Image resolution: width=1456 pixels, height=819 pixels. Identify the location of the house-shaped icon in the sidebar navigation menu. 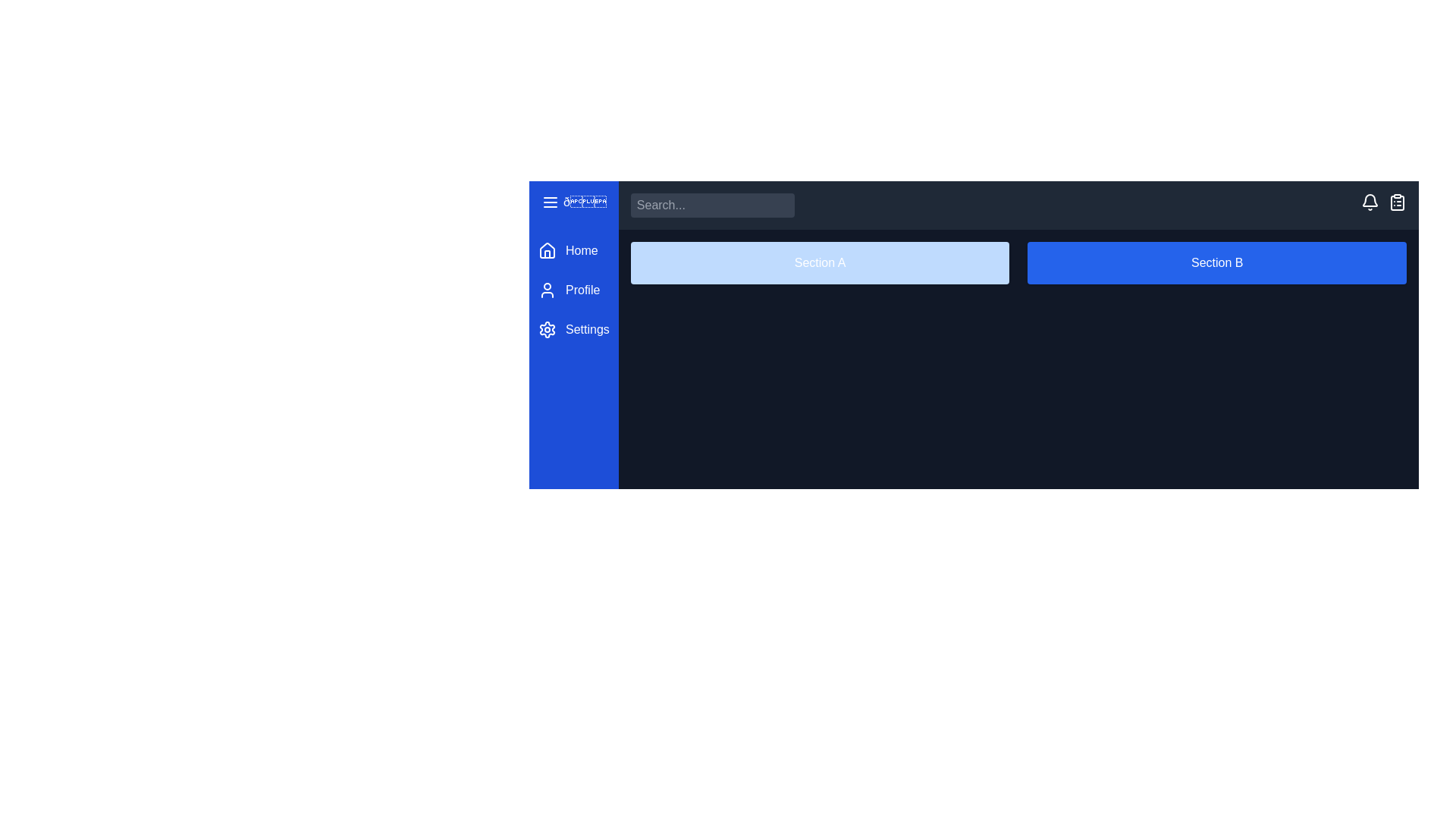
(546, 249).